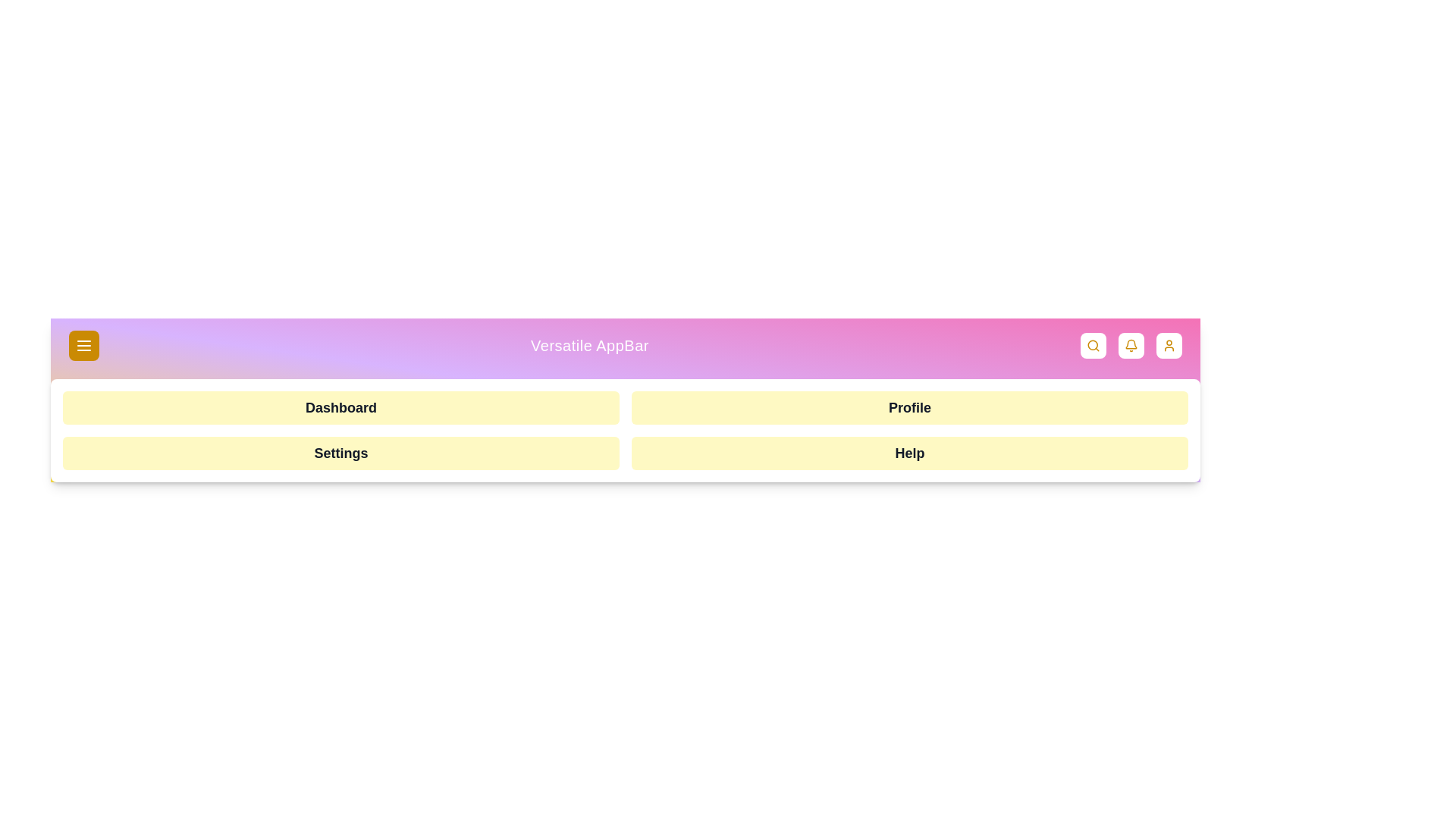  Describe the element at coordinates (340, 406) in the screenshot. I see `the 'Dashboard' option in the navigation menu` at that location.